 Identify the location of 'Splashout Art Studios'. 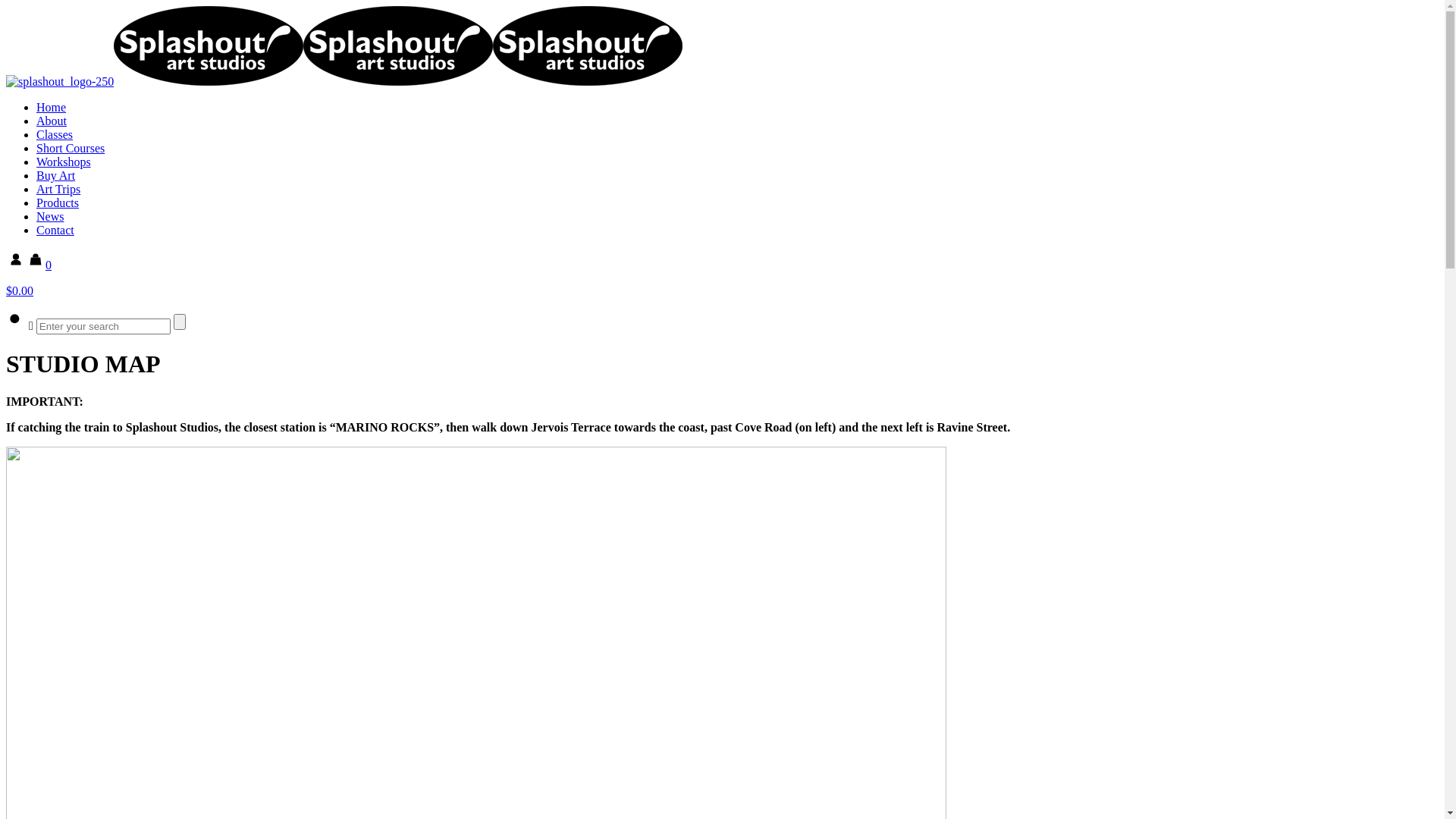
(344, 81).